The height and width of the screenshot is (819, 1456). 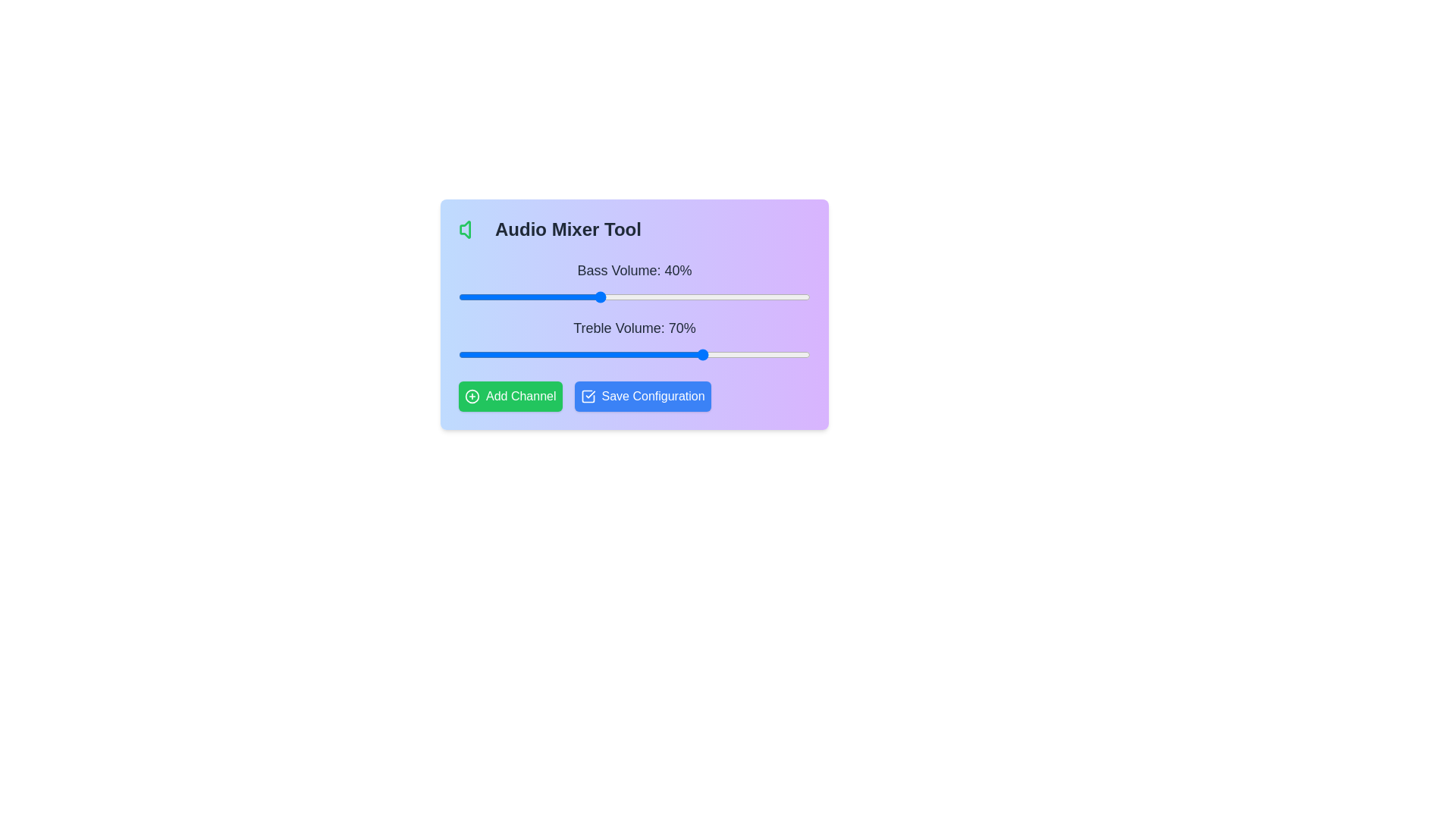 I want to click on treble volume, so click(x=669, y=354).